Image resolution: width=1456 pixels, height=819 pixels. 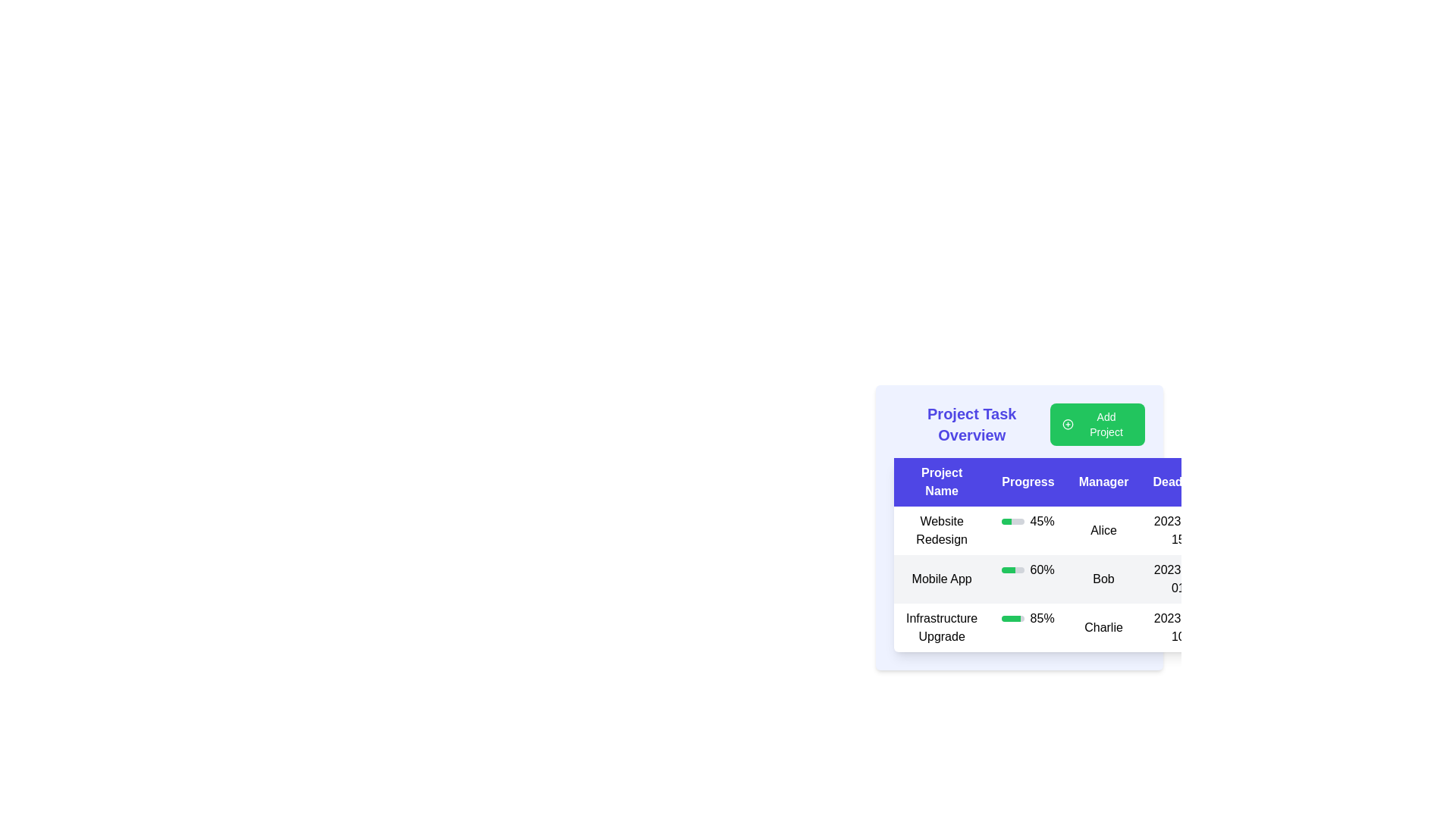 I want to click on the text label displaying the deadline or date, located in the fourth column of the table row after the cell showing 'Alice', so click(x=1177, y=529).